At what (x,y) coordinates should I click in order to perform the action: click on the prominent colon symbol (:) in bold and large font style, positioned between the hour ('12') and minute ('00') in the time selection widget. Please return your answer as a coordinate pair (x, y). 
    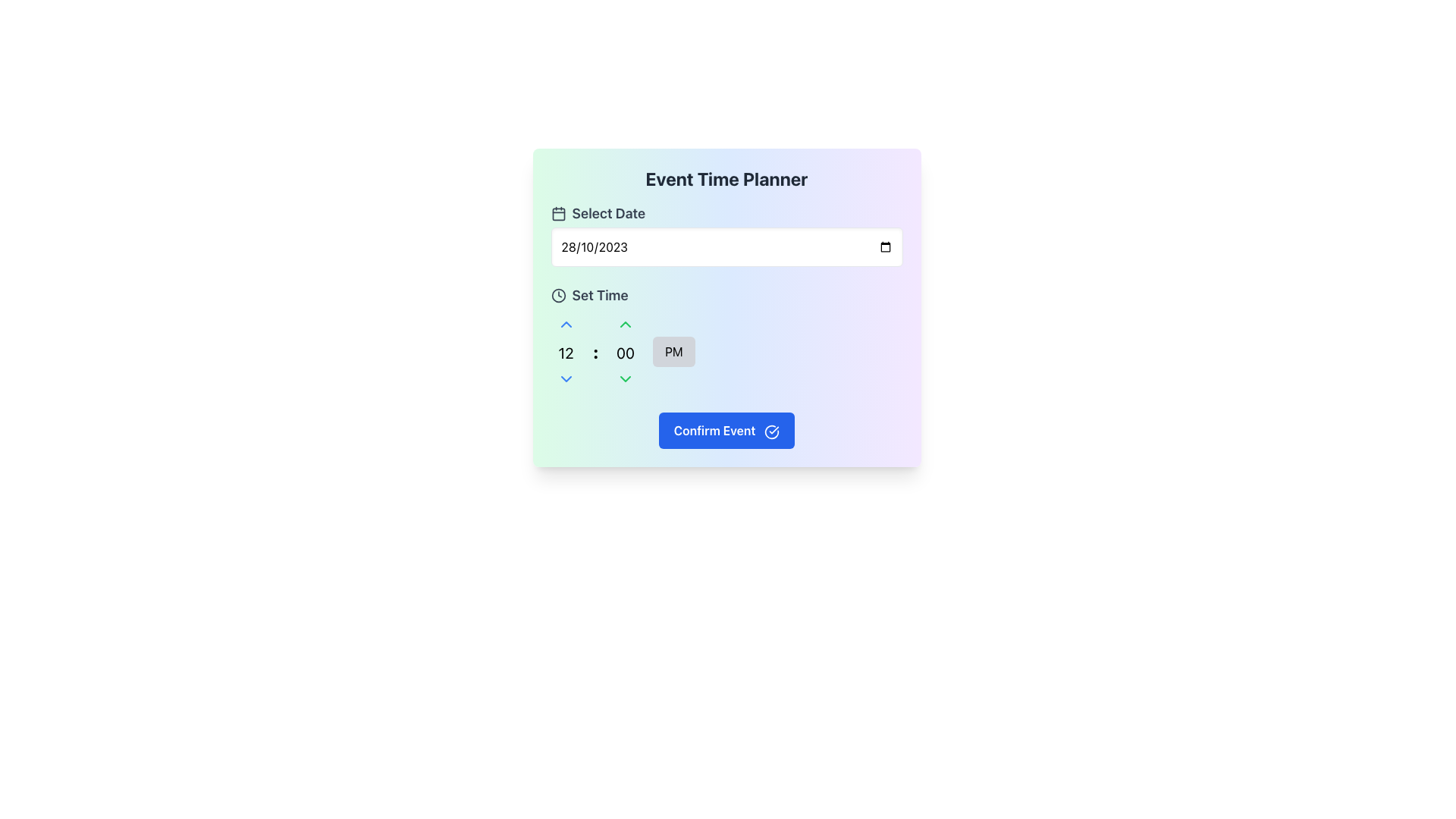
    Looking at the image, I should click on (595, 351).